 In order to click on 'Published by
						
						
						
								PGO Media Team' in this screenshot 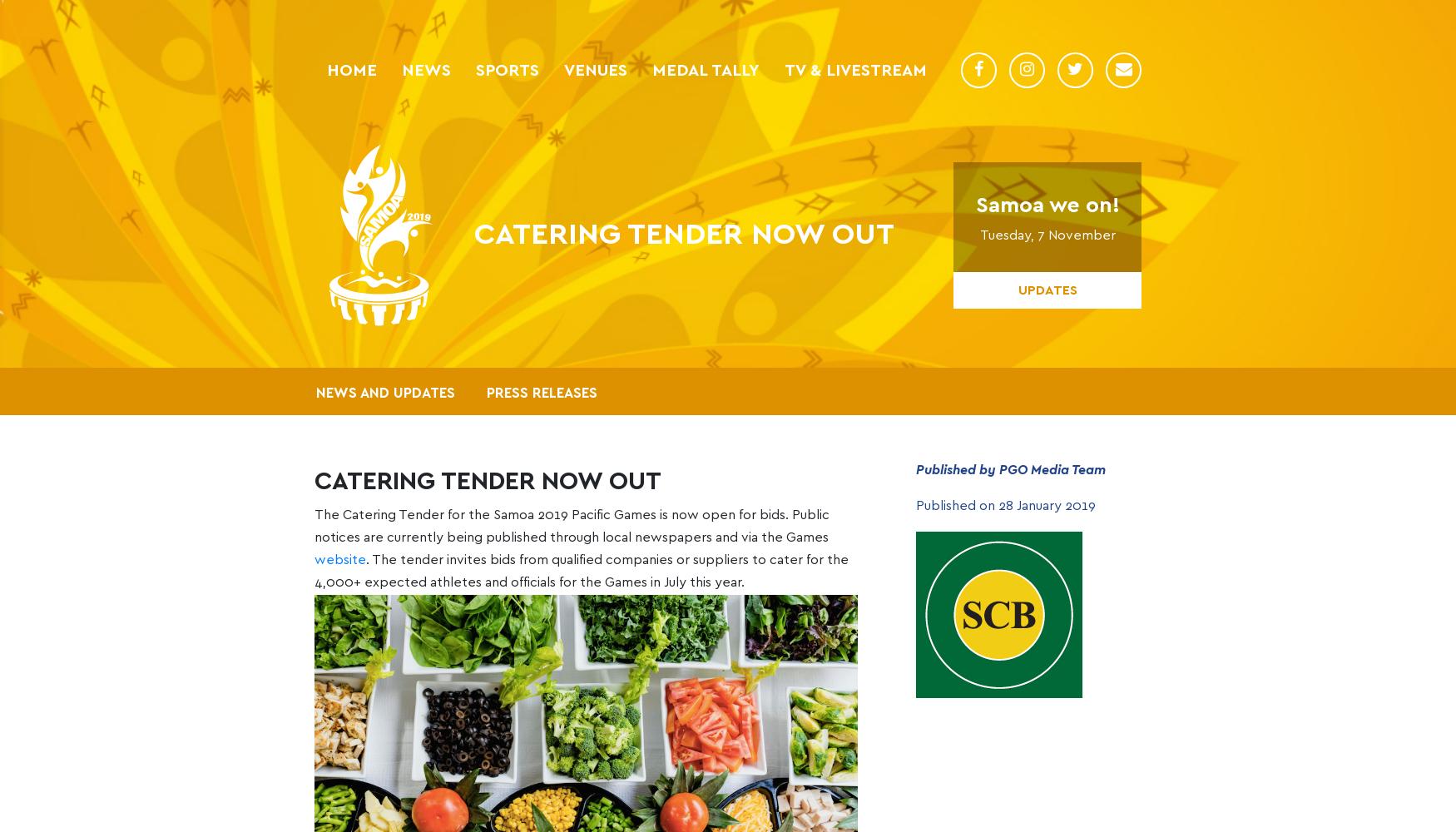, I will do `click(1009, 469)`.